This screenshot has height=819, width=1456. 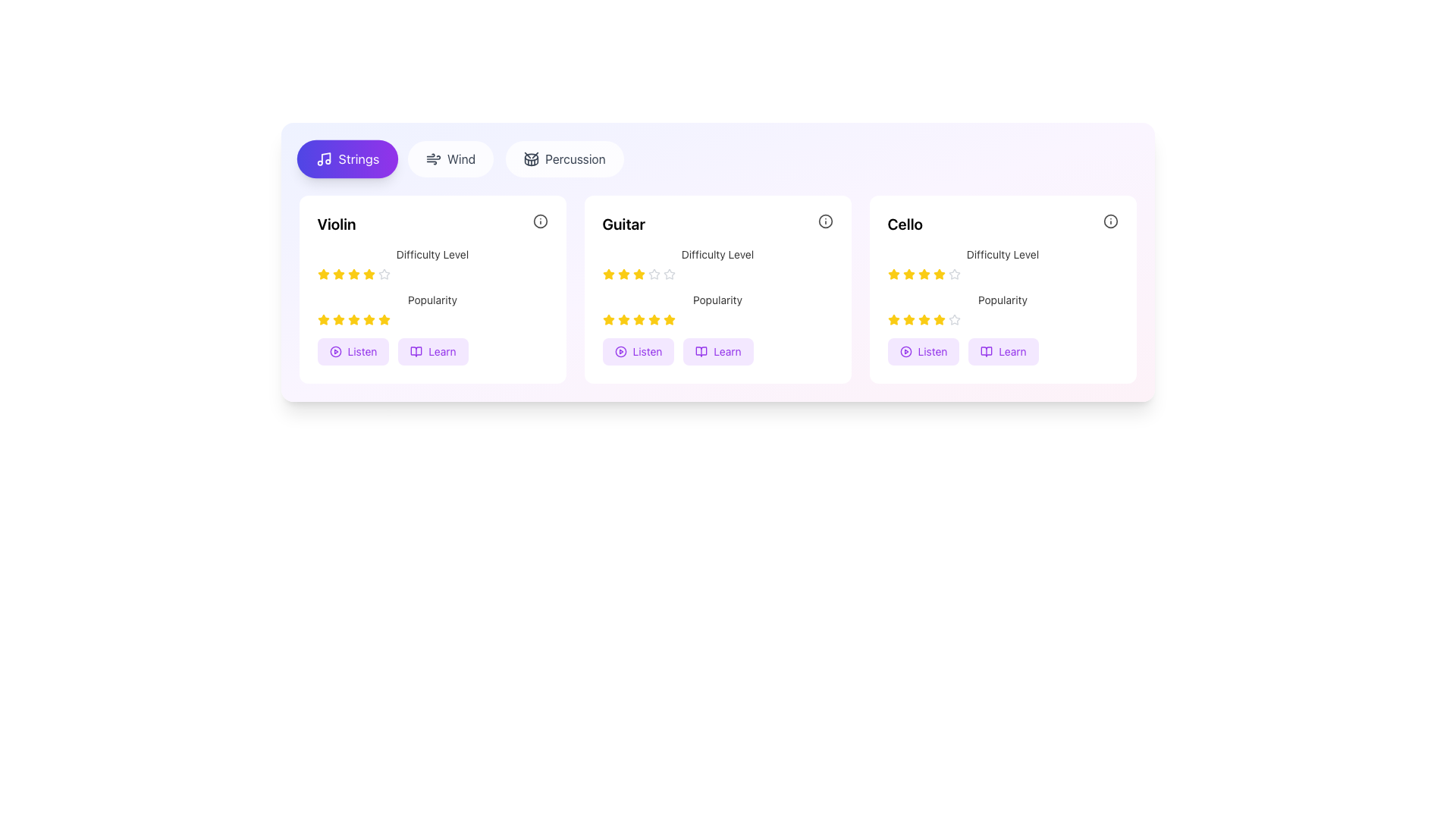 I want to click on the fourth star icon in the horizontal row of rating stars under the 'Difficulty Level' section for 'Guitar' in the second card of the interface, so click(x=654, y=275).